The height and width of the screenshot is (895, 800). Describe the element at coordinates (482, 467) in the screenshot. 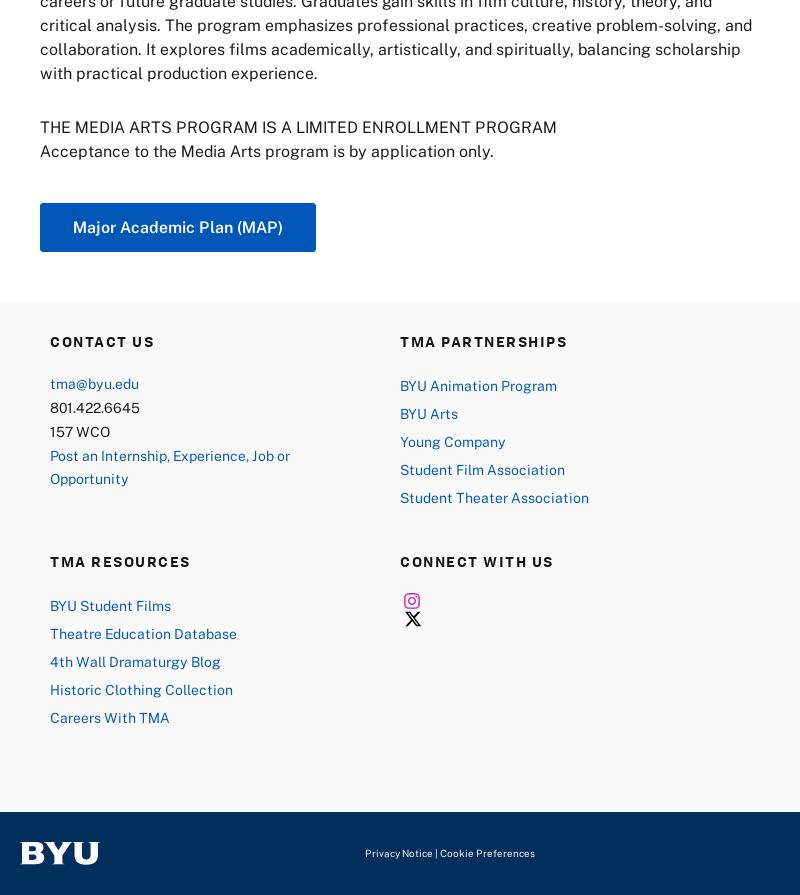

I see `'Student Film Association'` at that location.